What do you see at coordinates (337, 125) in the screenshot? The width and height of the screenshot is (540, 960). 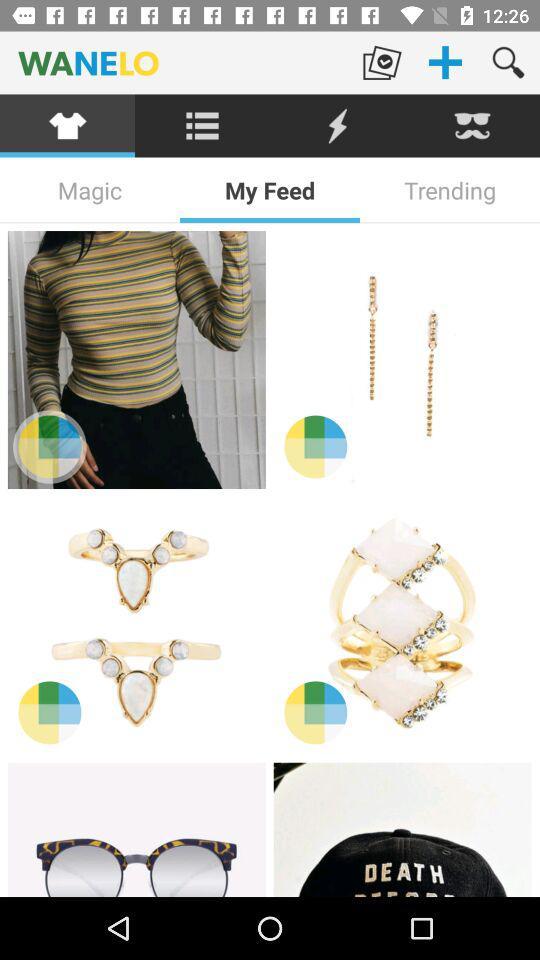 I see `the item above my feed icon` at bounding box center [337, 125].